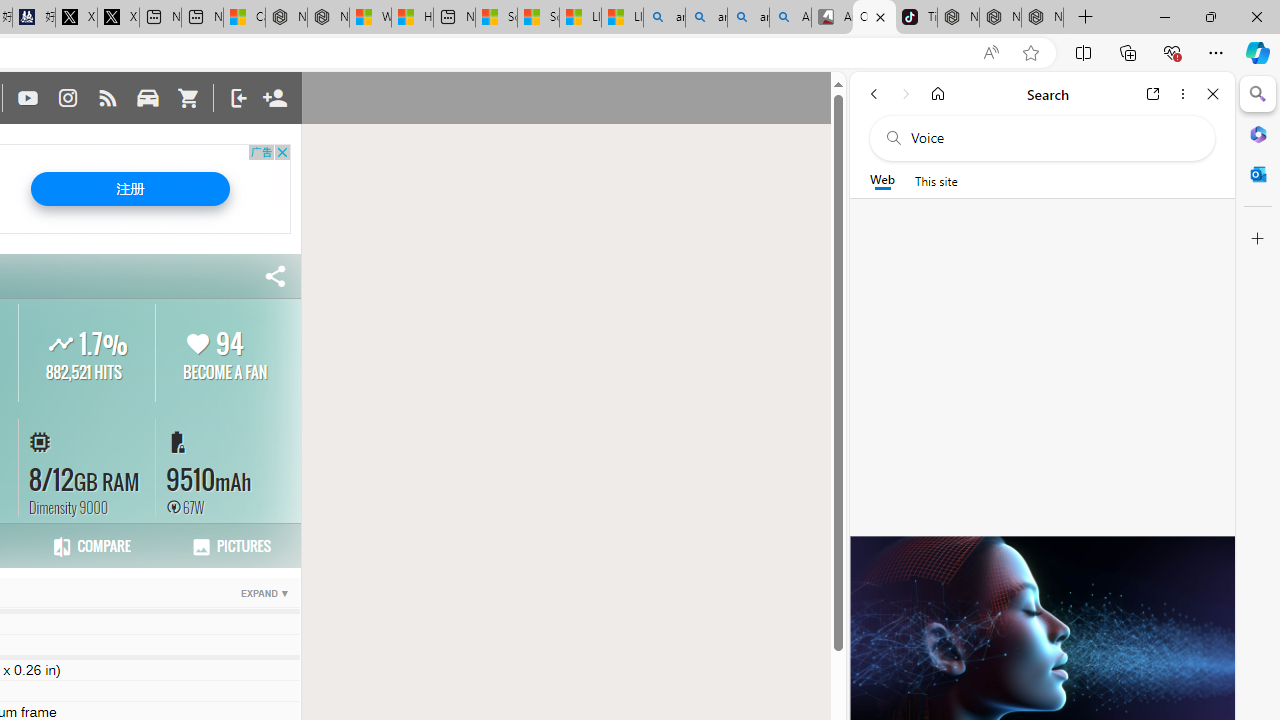  What do you see at coordinates (957, 17) in the screenshot?
I see `'Nordace - Best Sellers'` at bounding box center [957, 17].